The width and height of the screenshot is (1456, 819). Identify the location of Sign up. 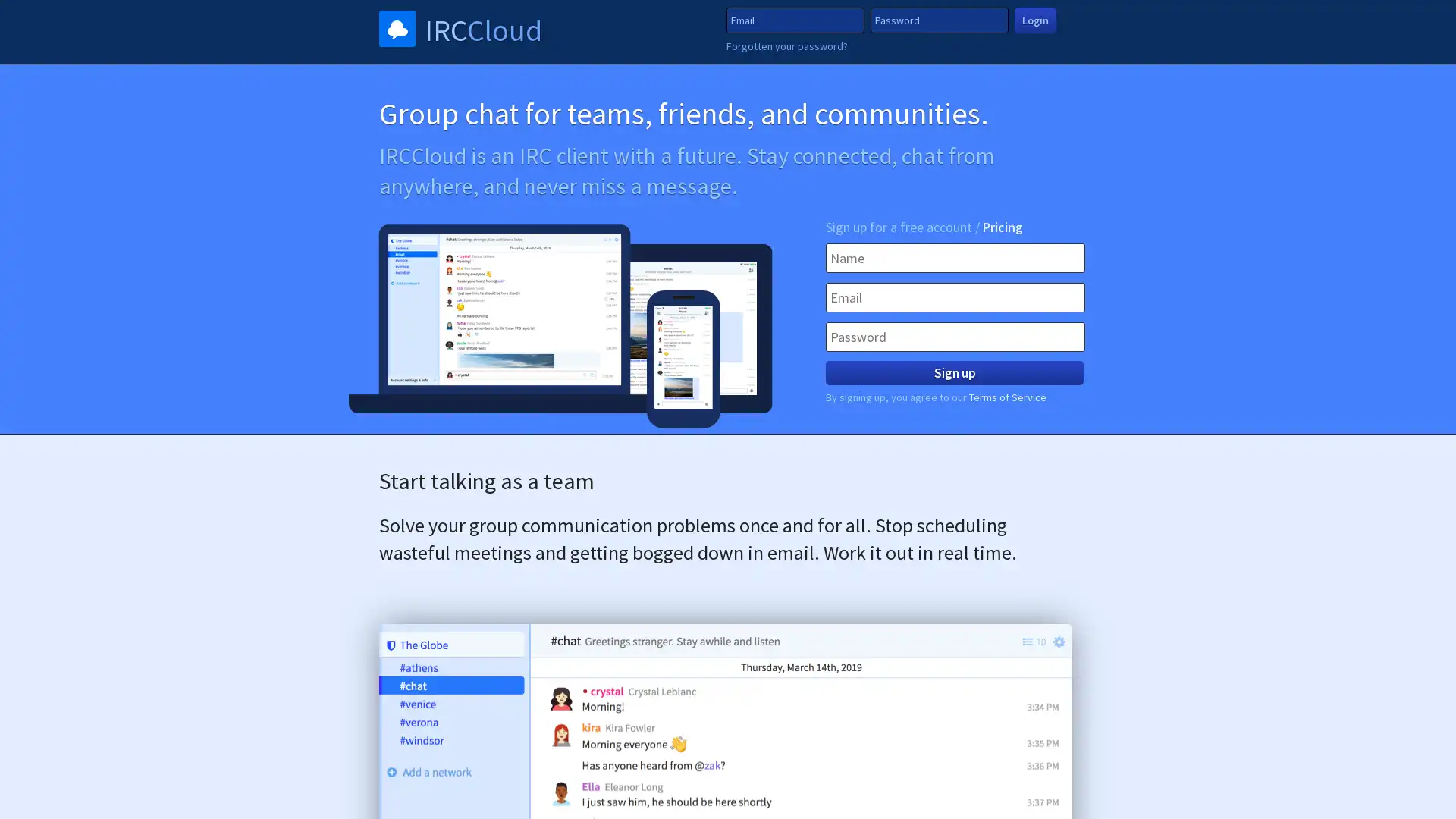
(953, 373).